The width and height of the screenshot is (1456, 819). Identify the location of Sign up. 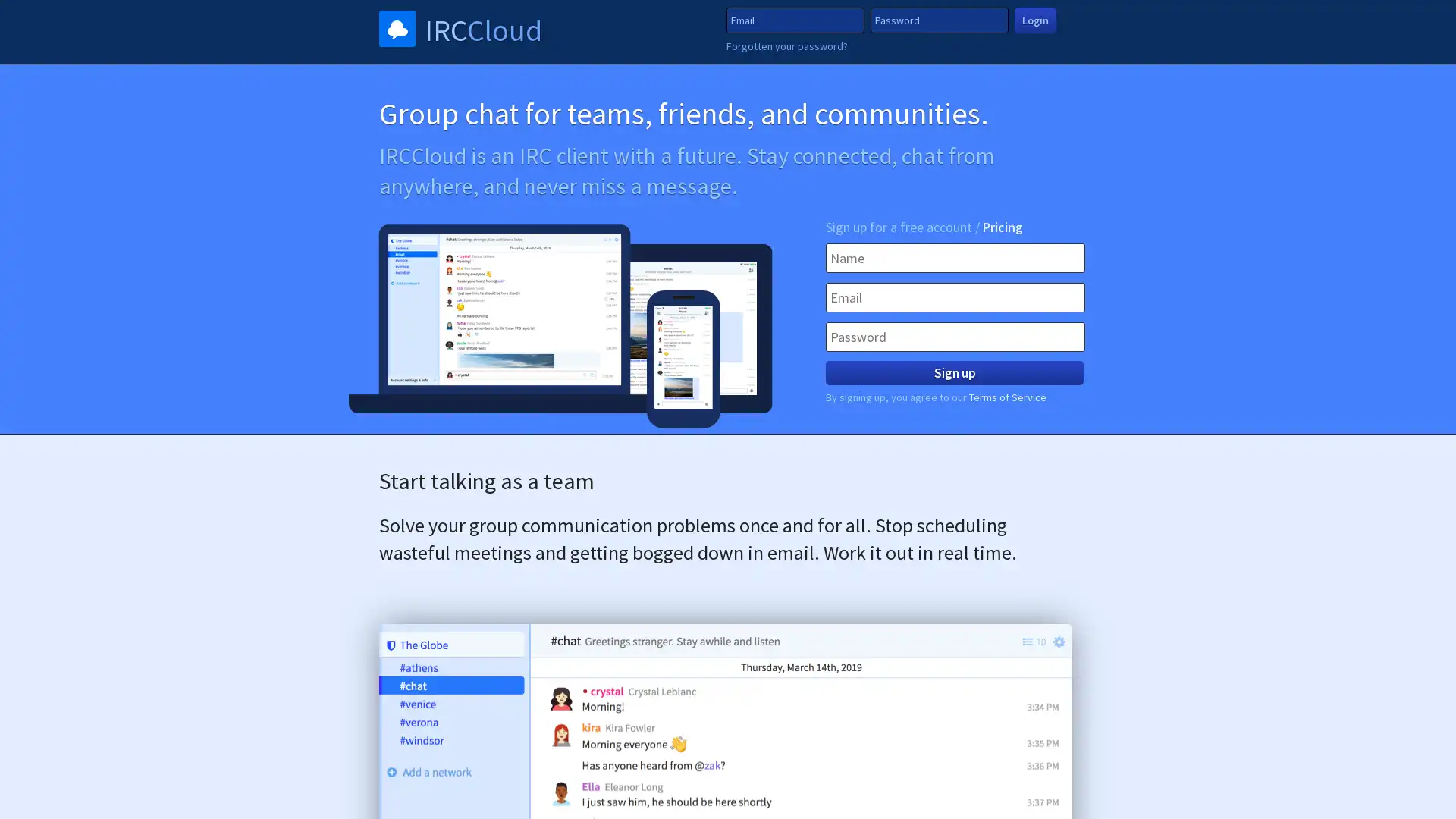
(953, 373).